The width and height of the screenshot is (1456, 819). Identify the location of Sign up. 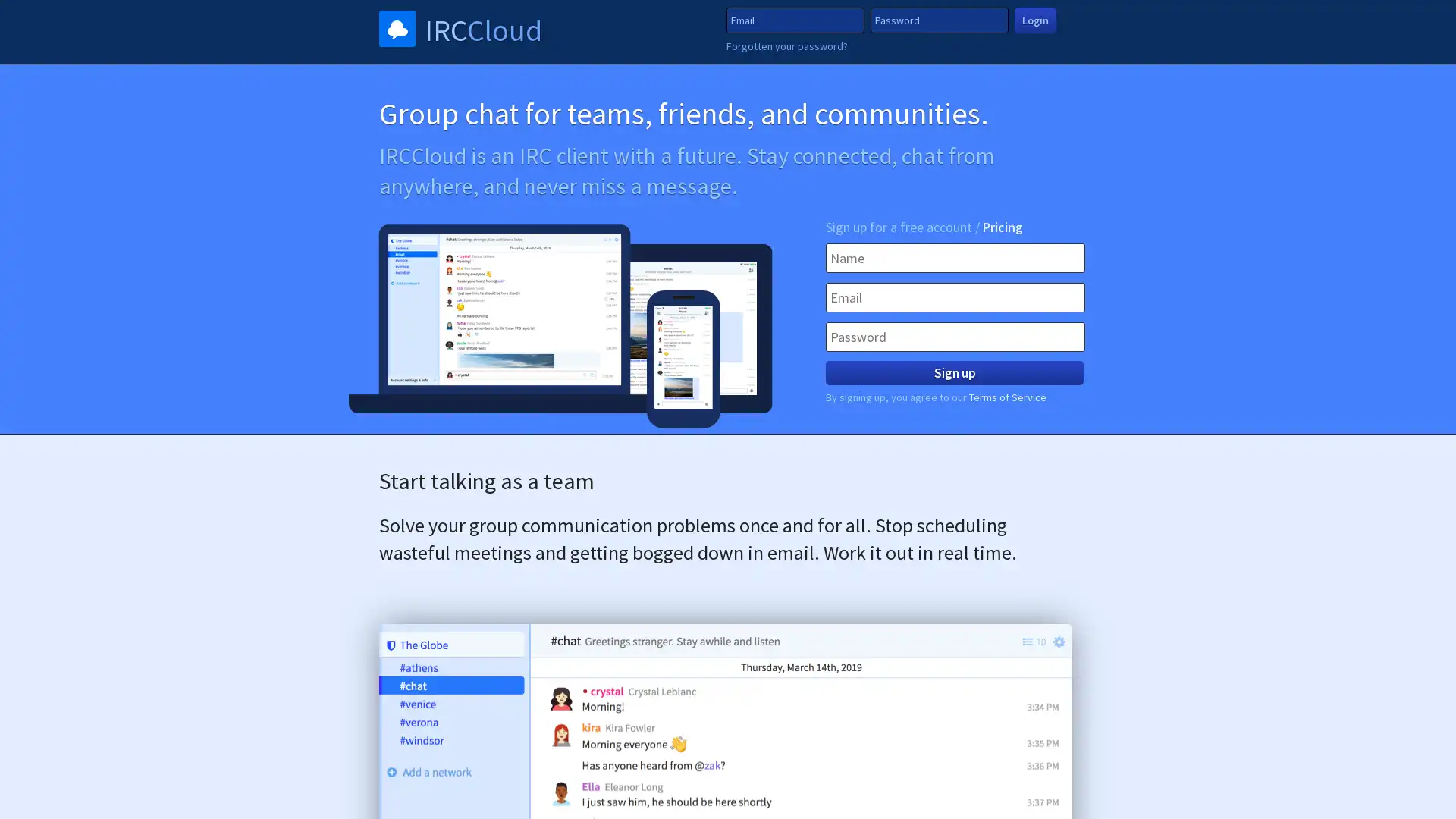
(953, 373).